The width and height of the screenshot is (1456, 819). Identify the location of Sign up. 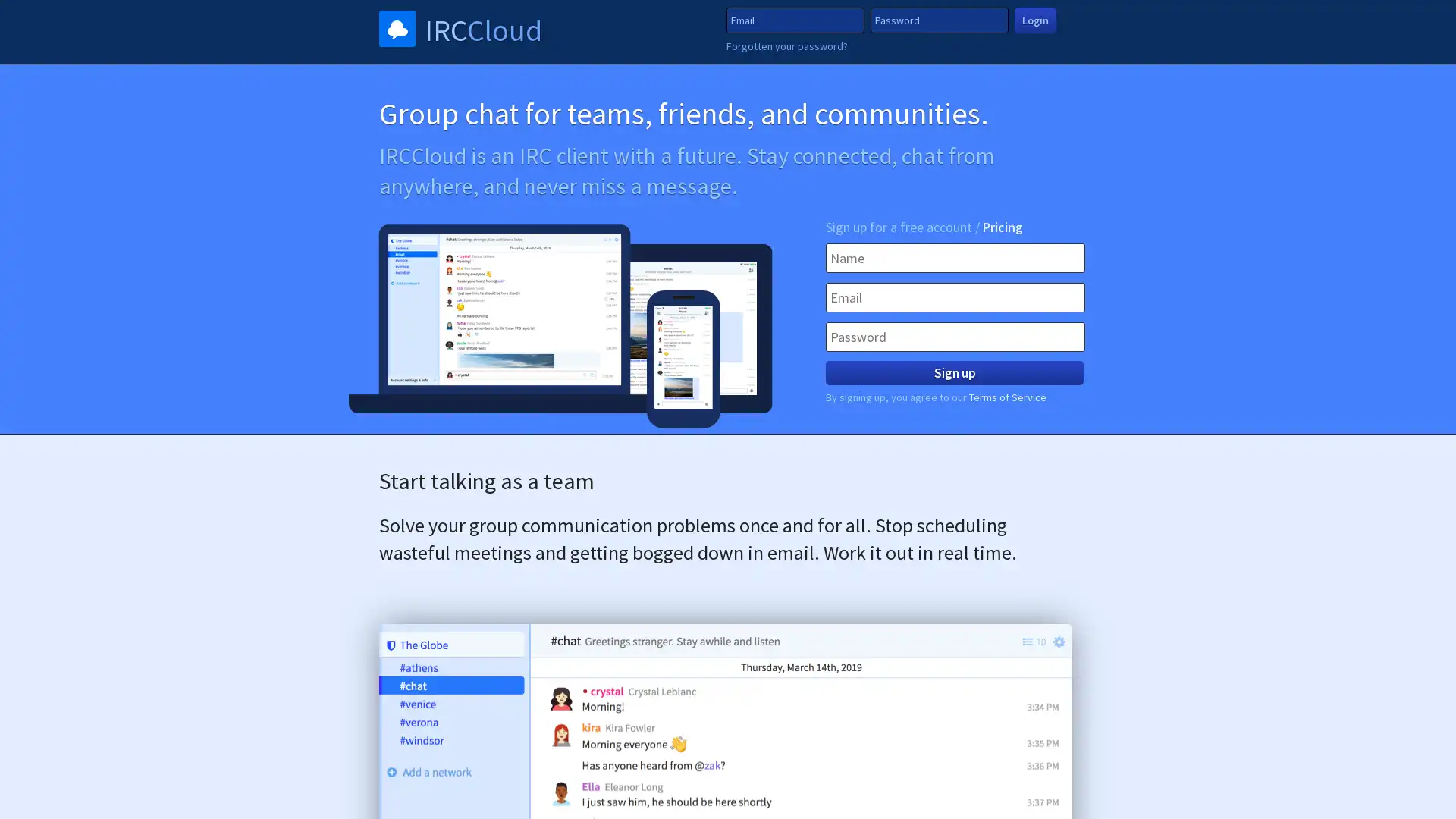
(953, 373).